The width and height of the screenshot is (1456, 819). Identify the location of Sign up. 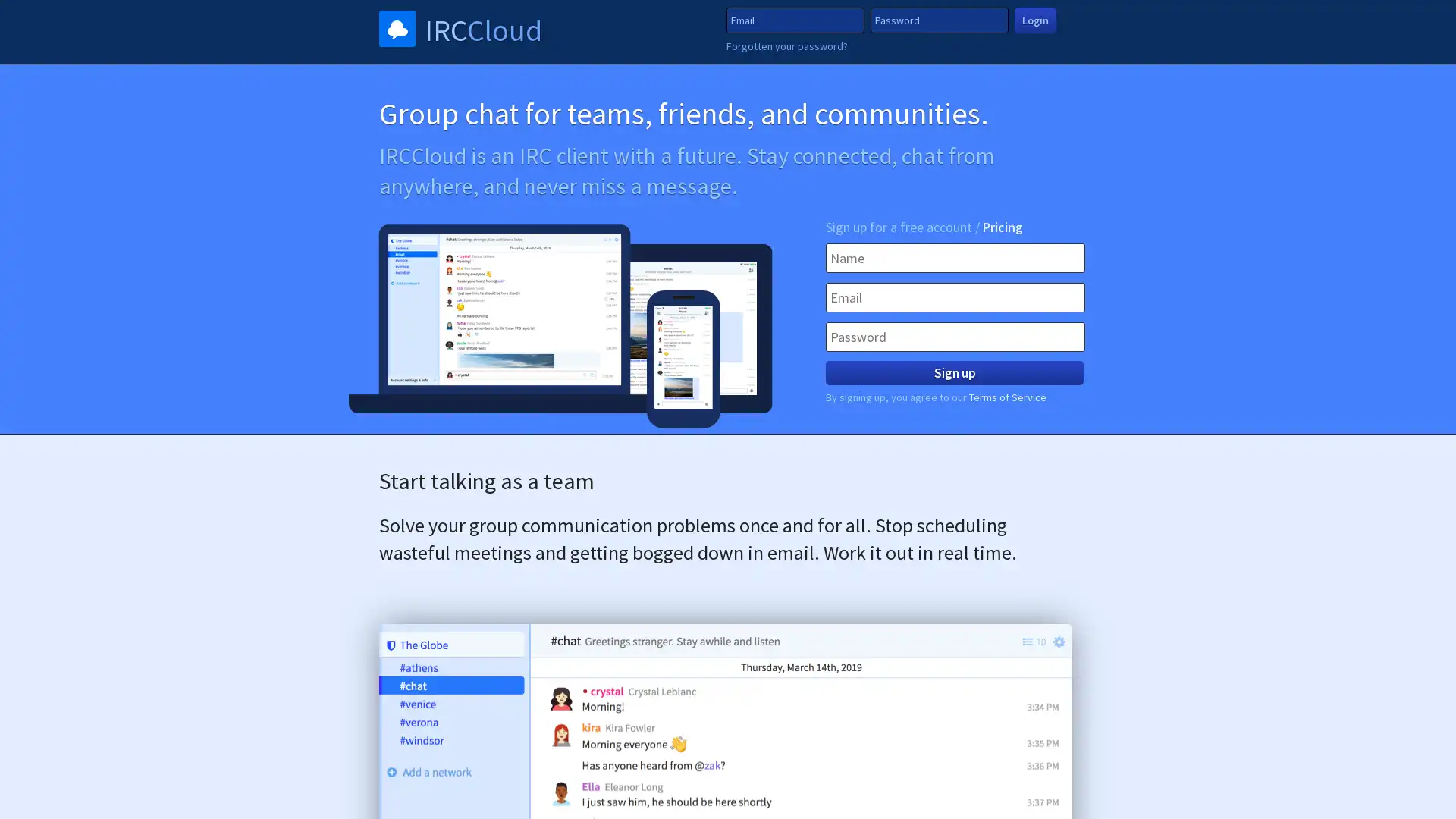
(953, 373).